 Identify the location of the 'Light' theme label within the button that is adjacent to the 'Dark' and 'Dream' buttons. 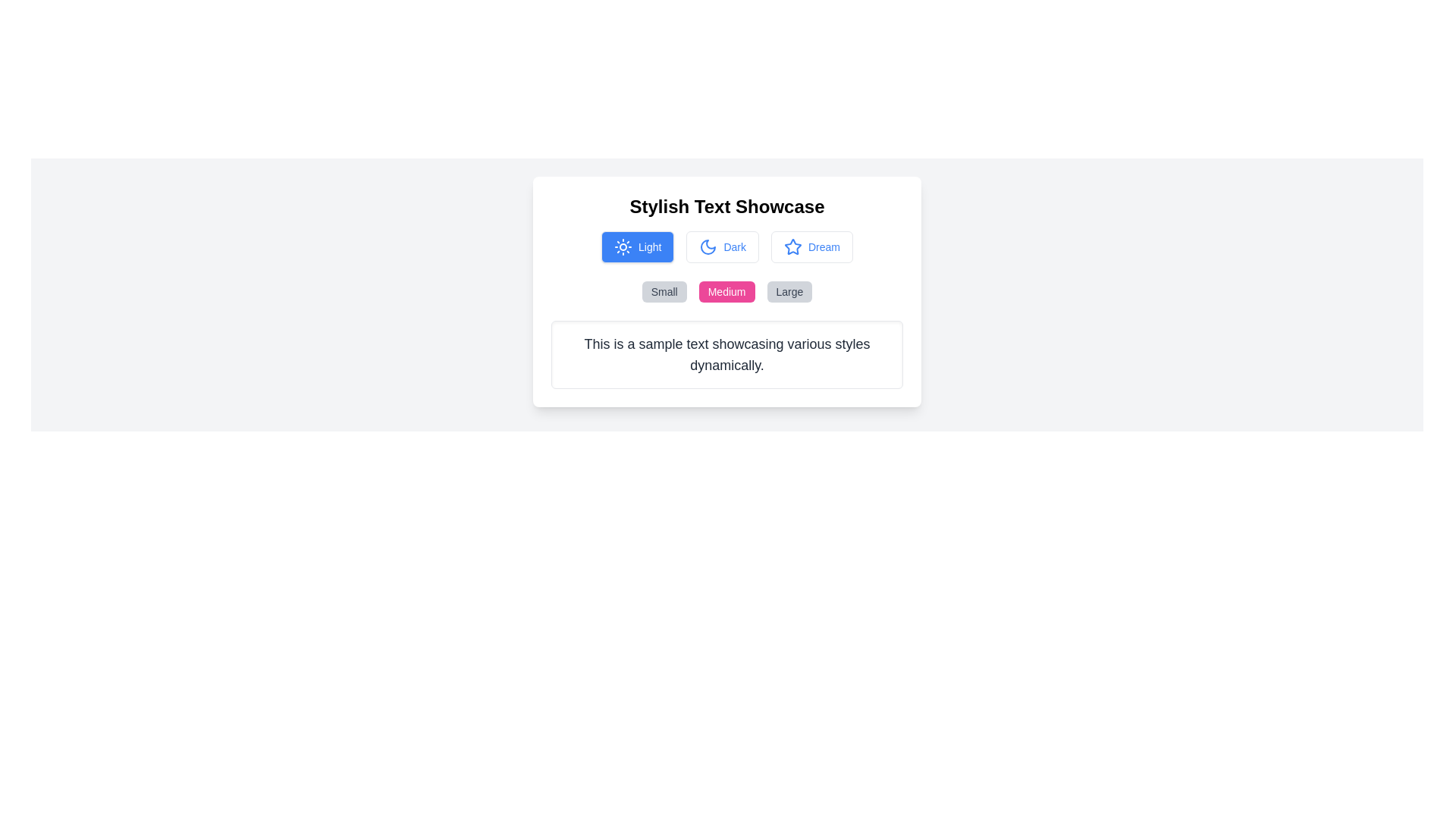
(650, 246).